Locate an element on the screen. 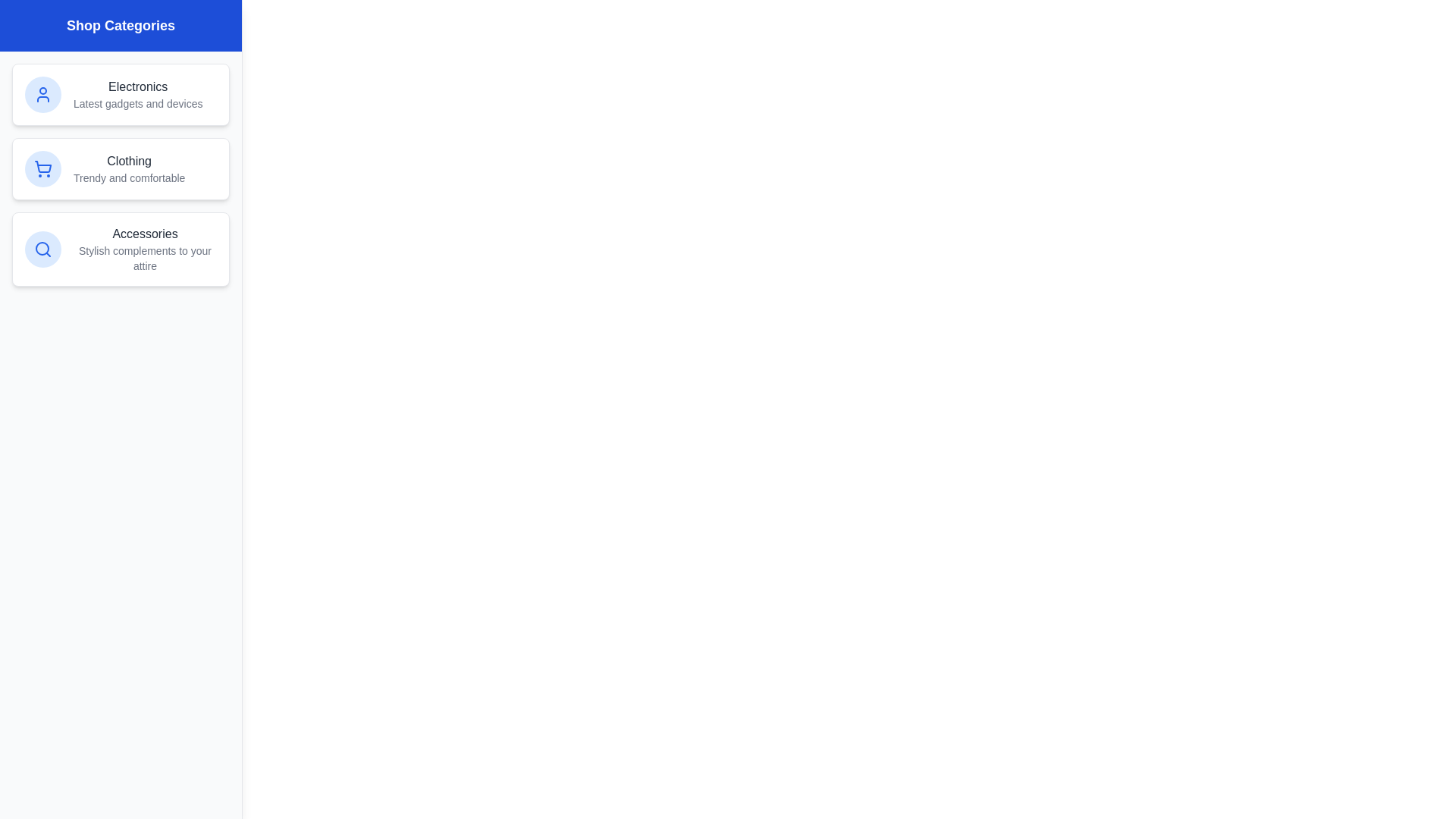  the item Electronics in the list to highlight it is located at coordinates (120, 94).